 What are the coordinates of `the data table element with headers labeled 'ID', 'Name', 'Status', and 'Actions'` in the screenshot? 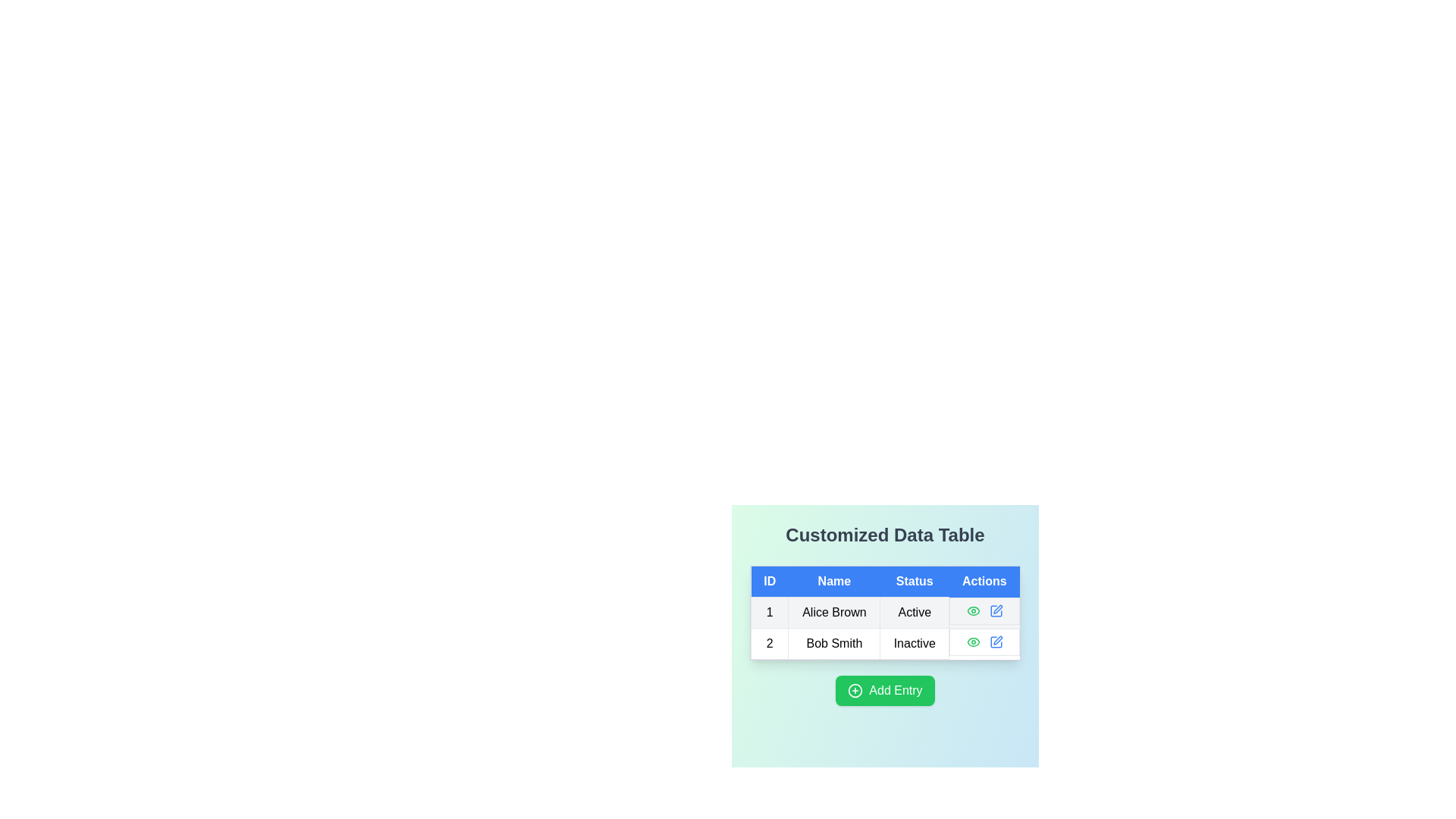 It's located at (885, 612).